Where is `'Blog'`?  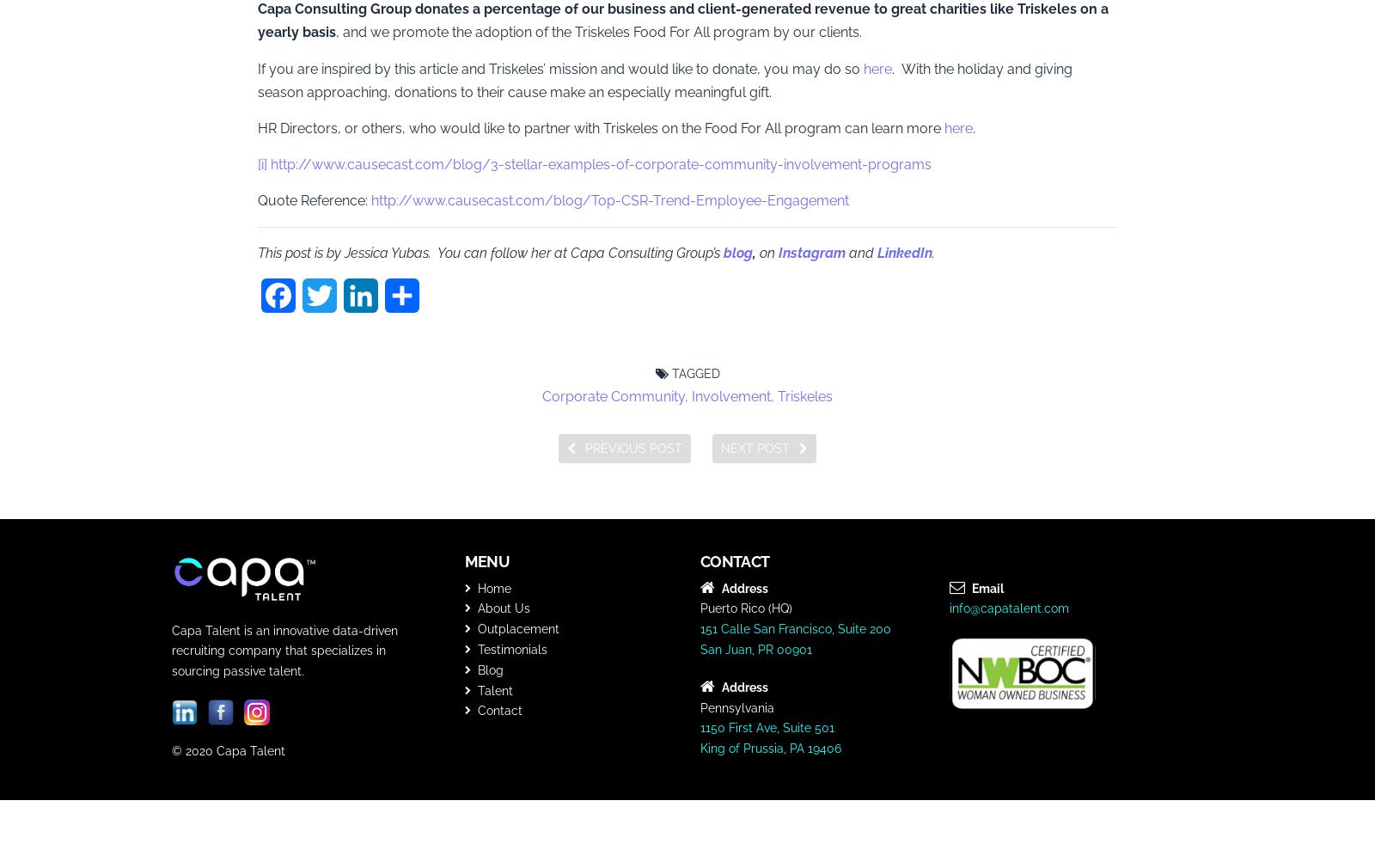
'Blog' is located at coordinates (488, 669).